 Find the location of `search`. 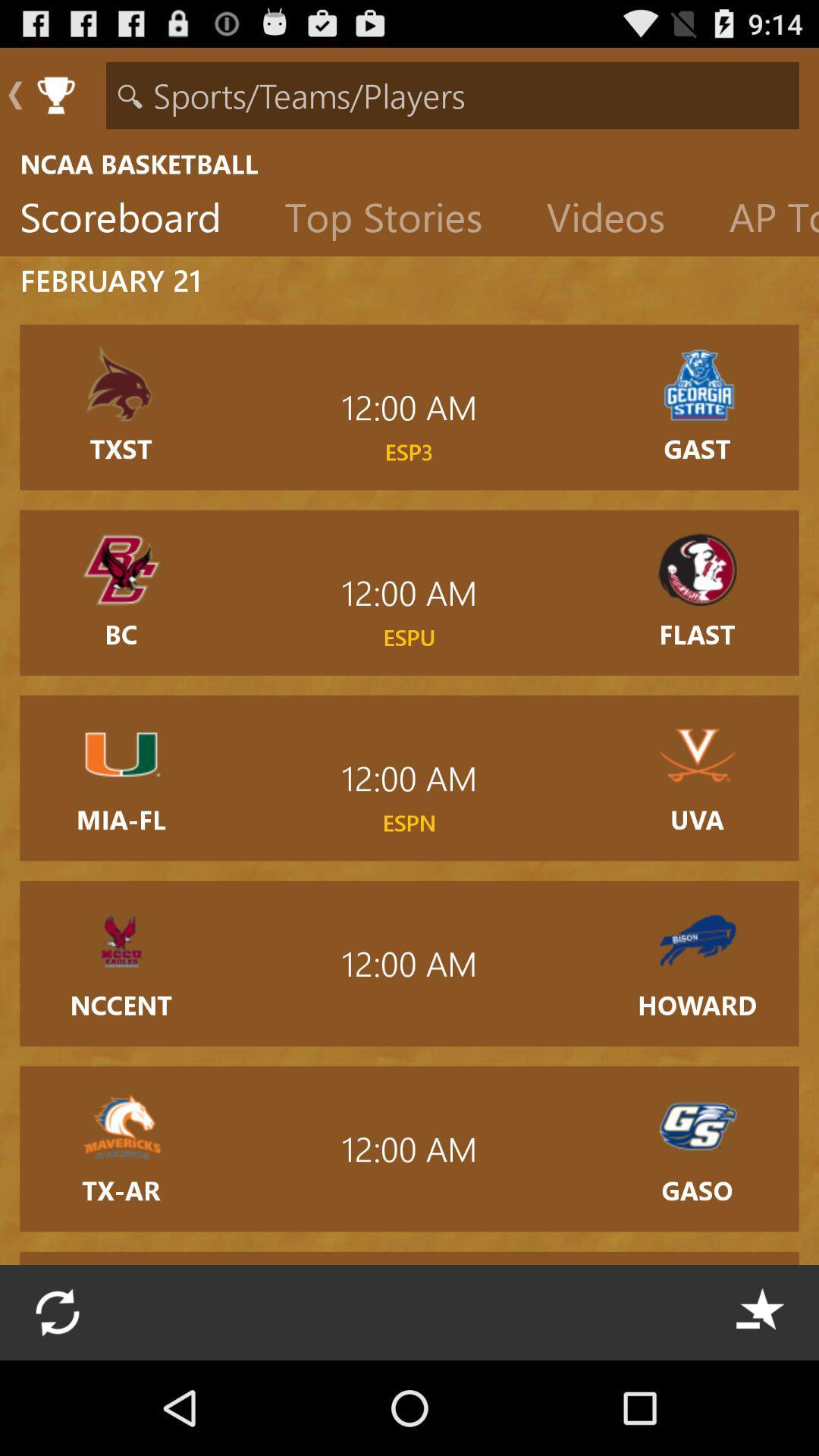

search is located at coordinates (452, 94).